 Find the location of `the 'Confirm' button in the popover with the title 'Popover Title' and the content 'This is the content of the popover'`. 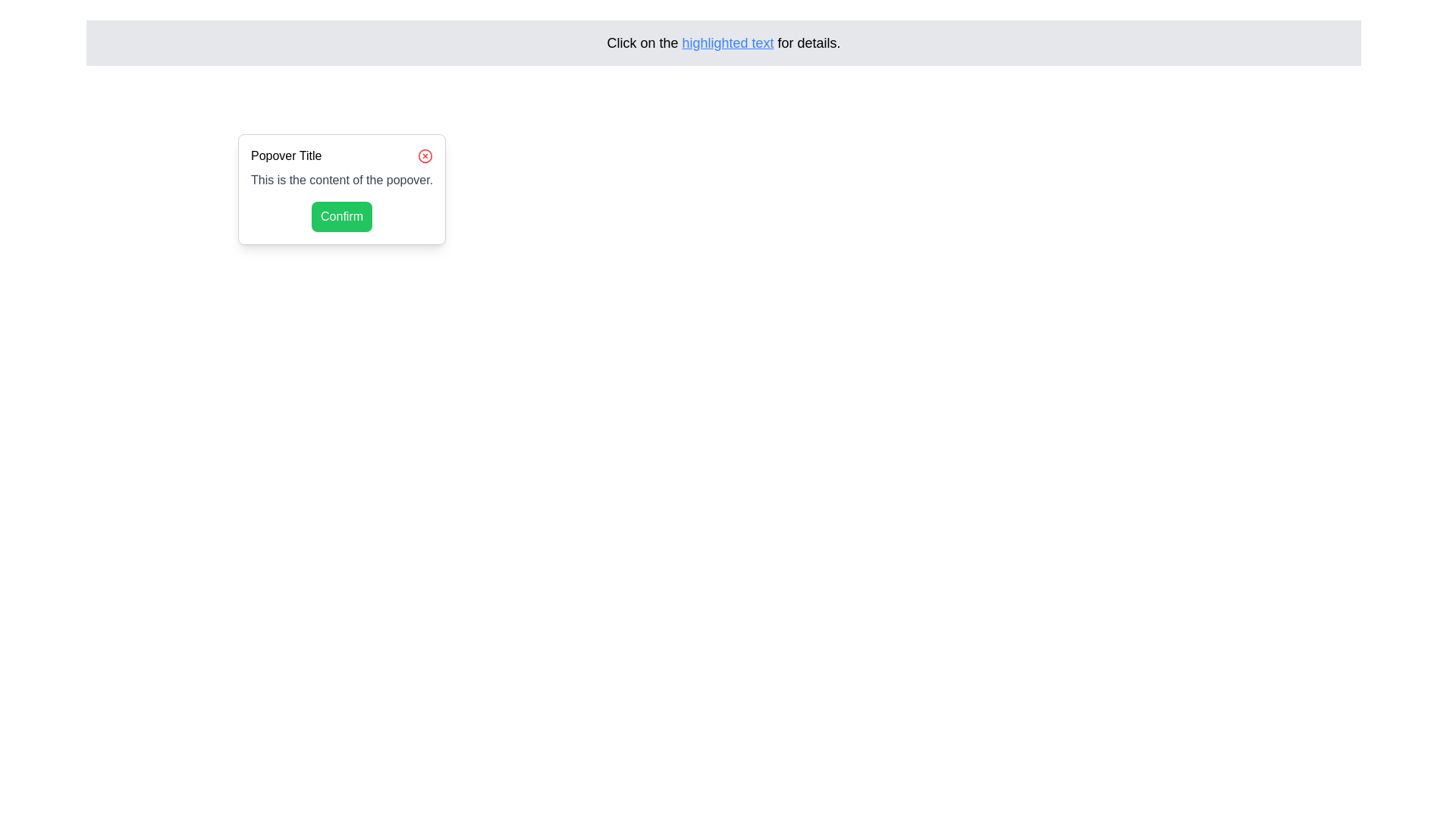

the 'Confirm' button in the popover with the title 'Popover Title' and the content 'This is the content of the popover' is located at coordinates (341, 189).